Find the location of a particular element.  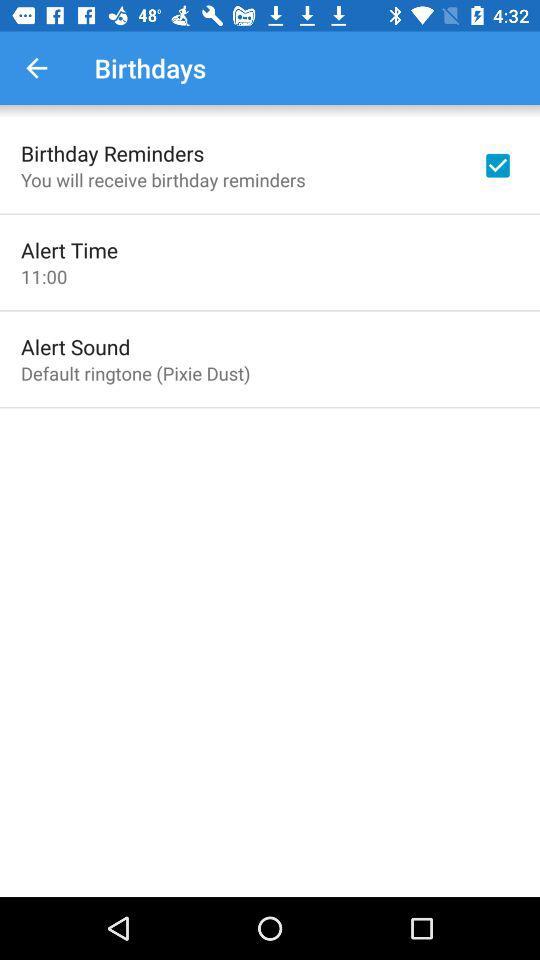

icon below the birthday reminders item is located at coordinates (162, 179).